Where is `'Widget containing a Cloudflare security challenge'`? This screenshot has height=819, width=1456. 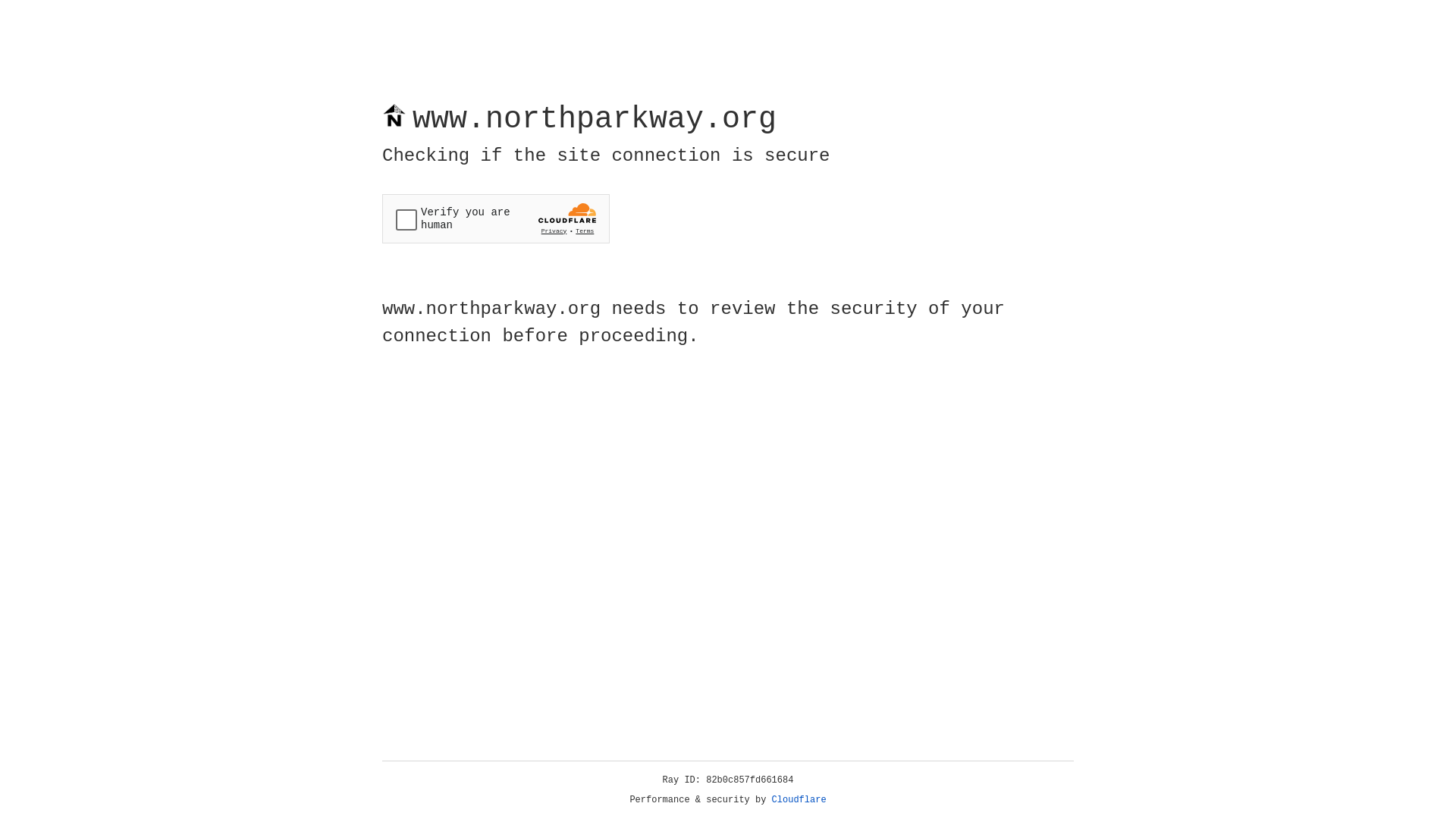 'Widget containing a Cloudflare security challenge' is located at coordinates (495, 218).